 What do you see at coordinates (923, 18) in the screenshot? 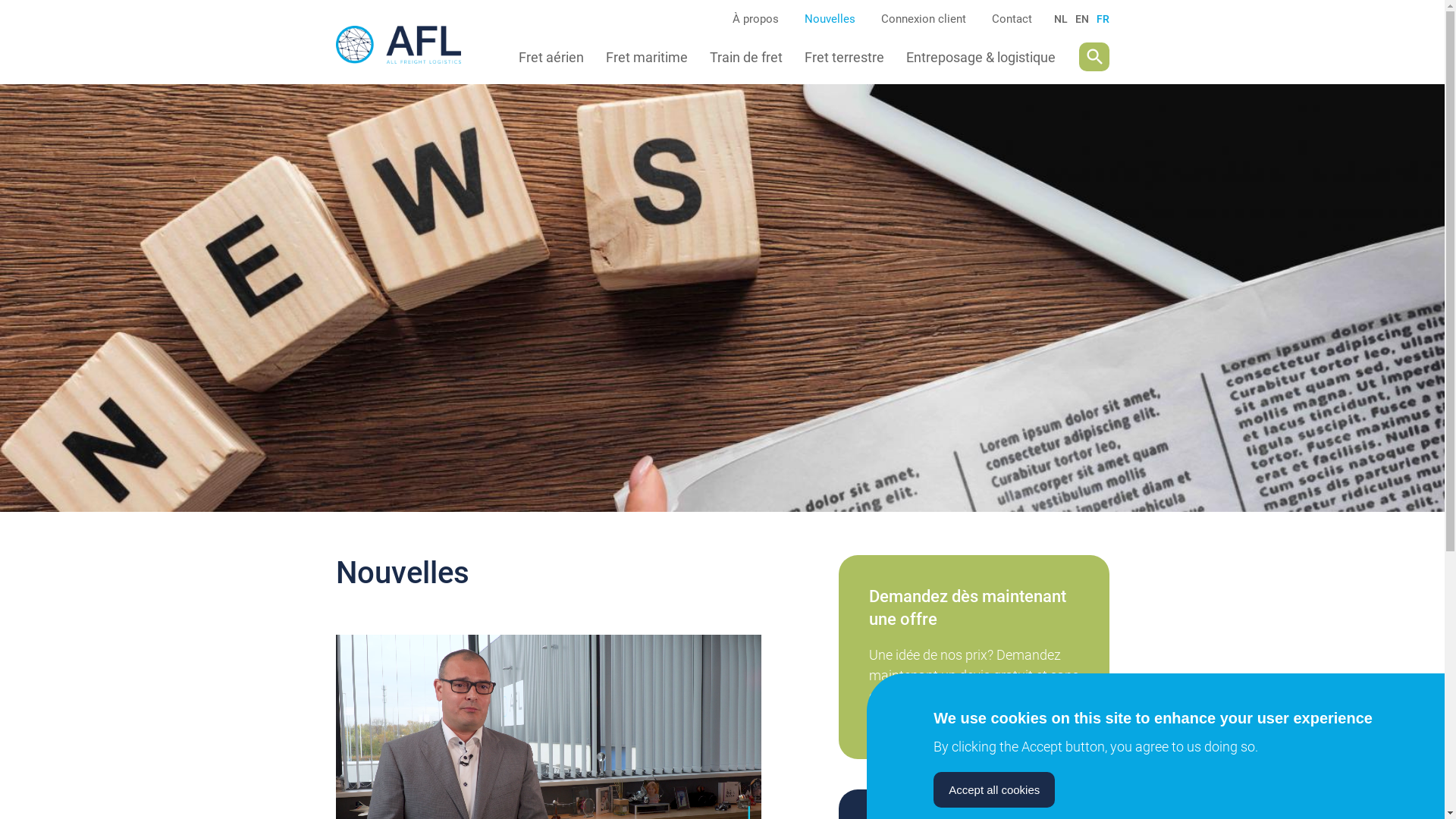
I see `'Connexion client'` at bounding box center [923, 18].